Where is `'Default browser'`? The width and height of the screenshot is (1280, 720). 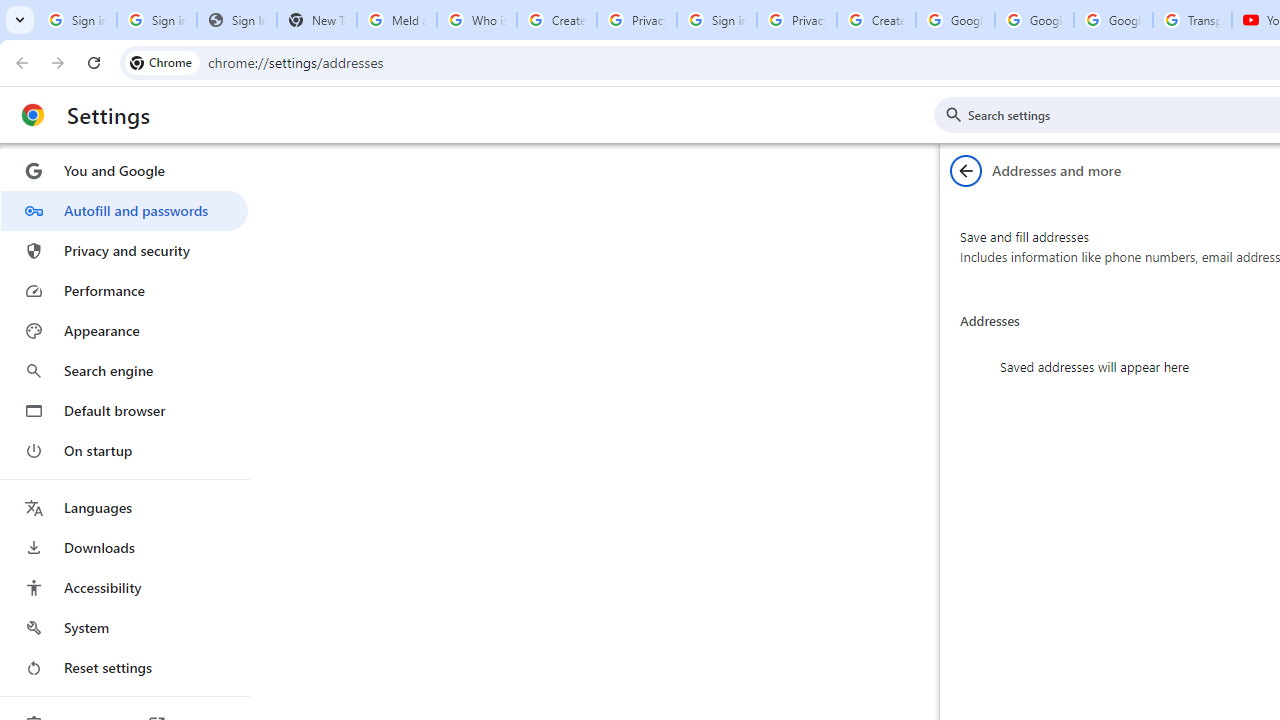
'Default browser' is located at coordinates (123, 410).